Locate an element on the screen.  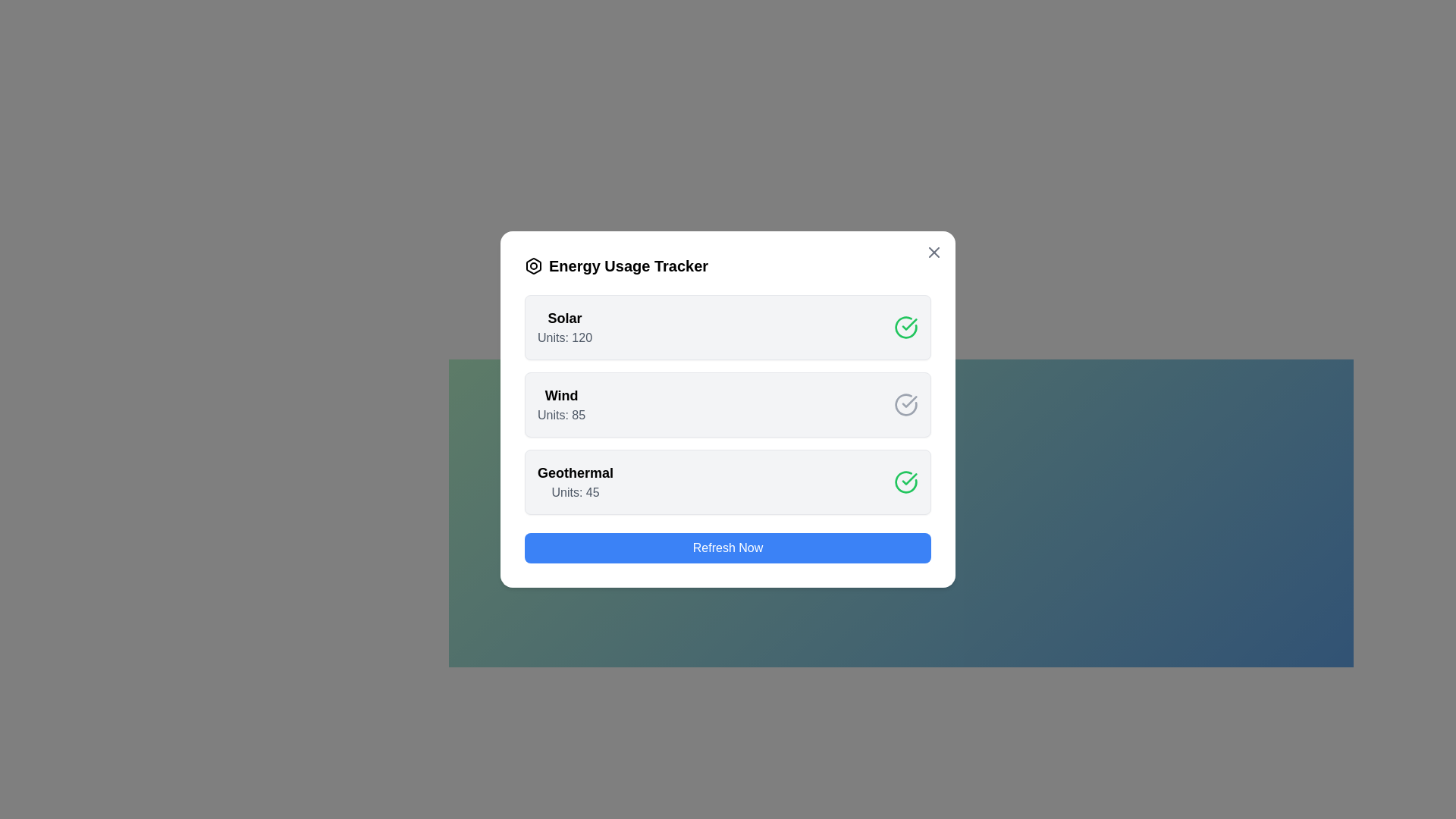
the bolded text label displaying 'Wind' located at the top of the 'Wind Units: 85' card, which is part of a group of three cards labeled 'Solar', 'Wind', and 'Geothermal' is located at coordinates (560, 394).